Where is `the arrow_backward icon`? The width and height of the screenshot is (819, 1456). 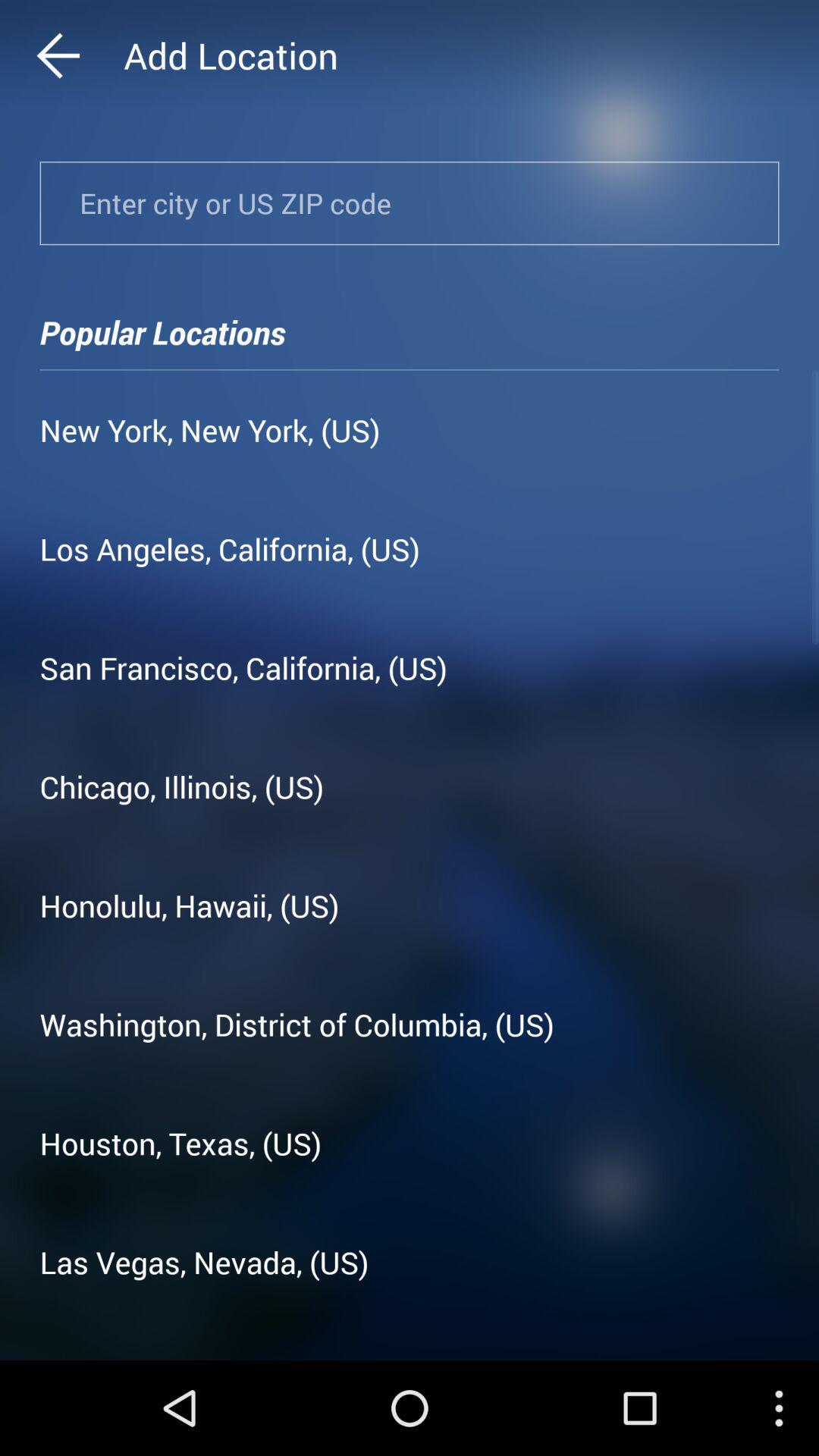
the arrow_backward icon is located at coordinates (87, 59).